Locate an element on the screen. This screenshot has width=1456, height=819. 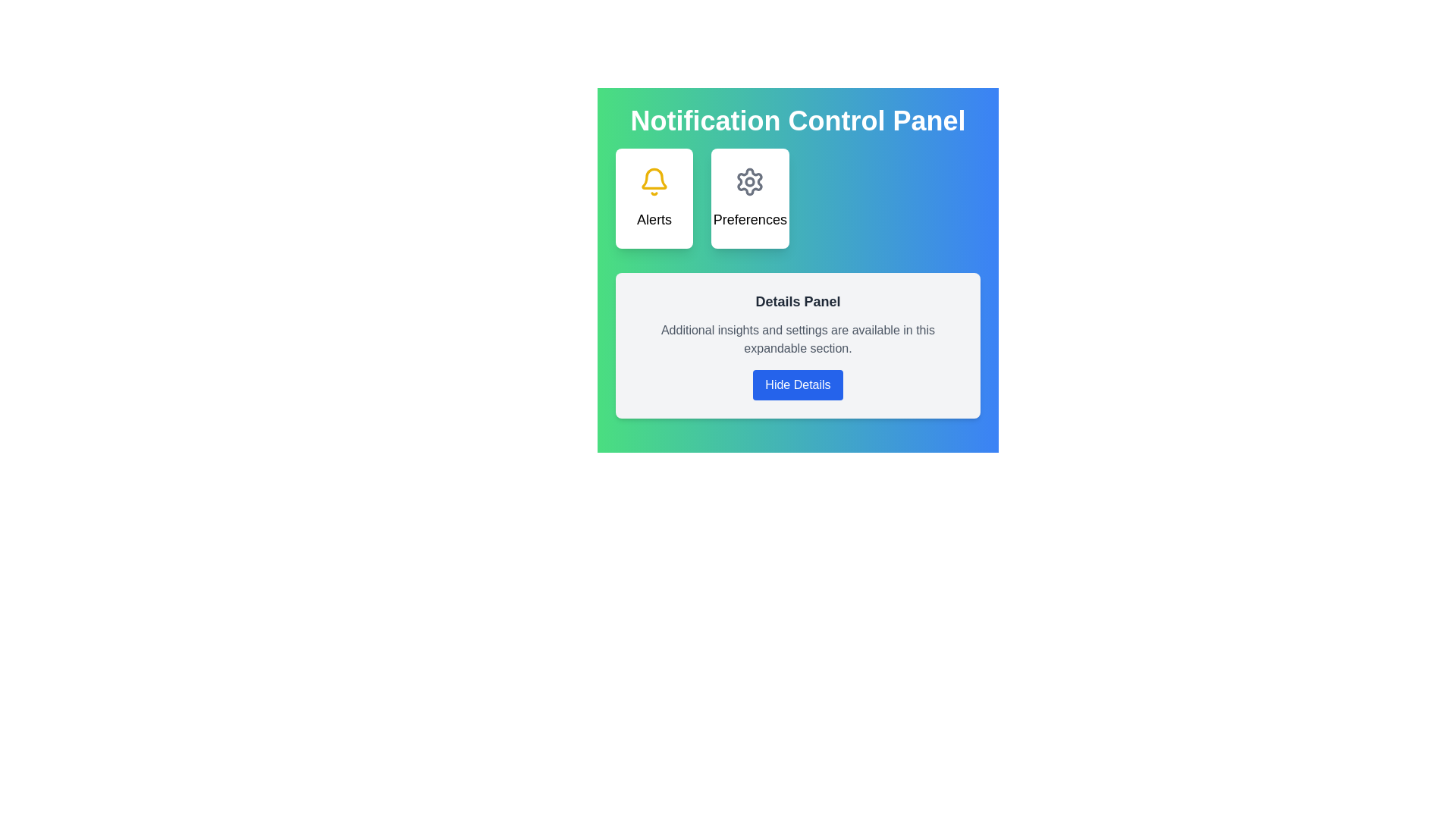
the decorative element that enhances the gear icon, which is the second icon from the left in the top panel is located at coordinates (750, 180).